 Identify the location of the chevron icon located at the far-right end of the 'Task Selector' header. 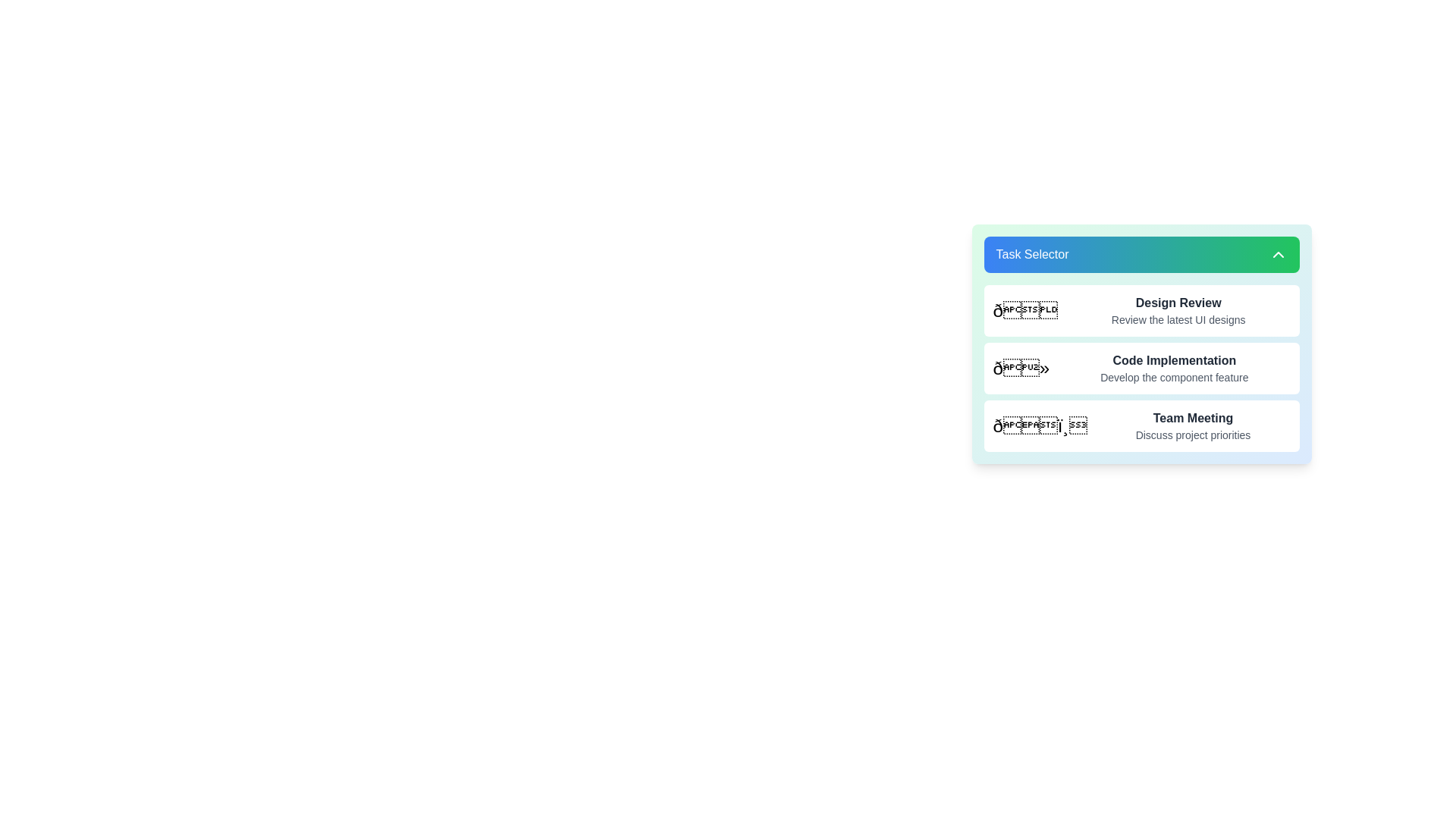
(1277, 253).